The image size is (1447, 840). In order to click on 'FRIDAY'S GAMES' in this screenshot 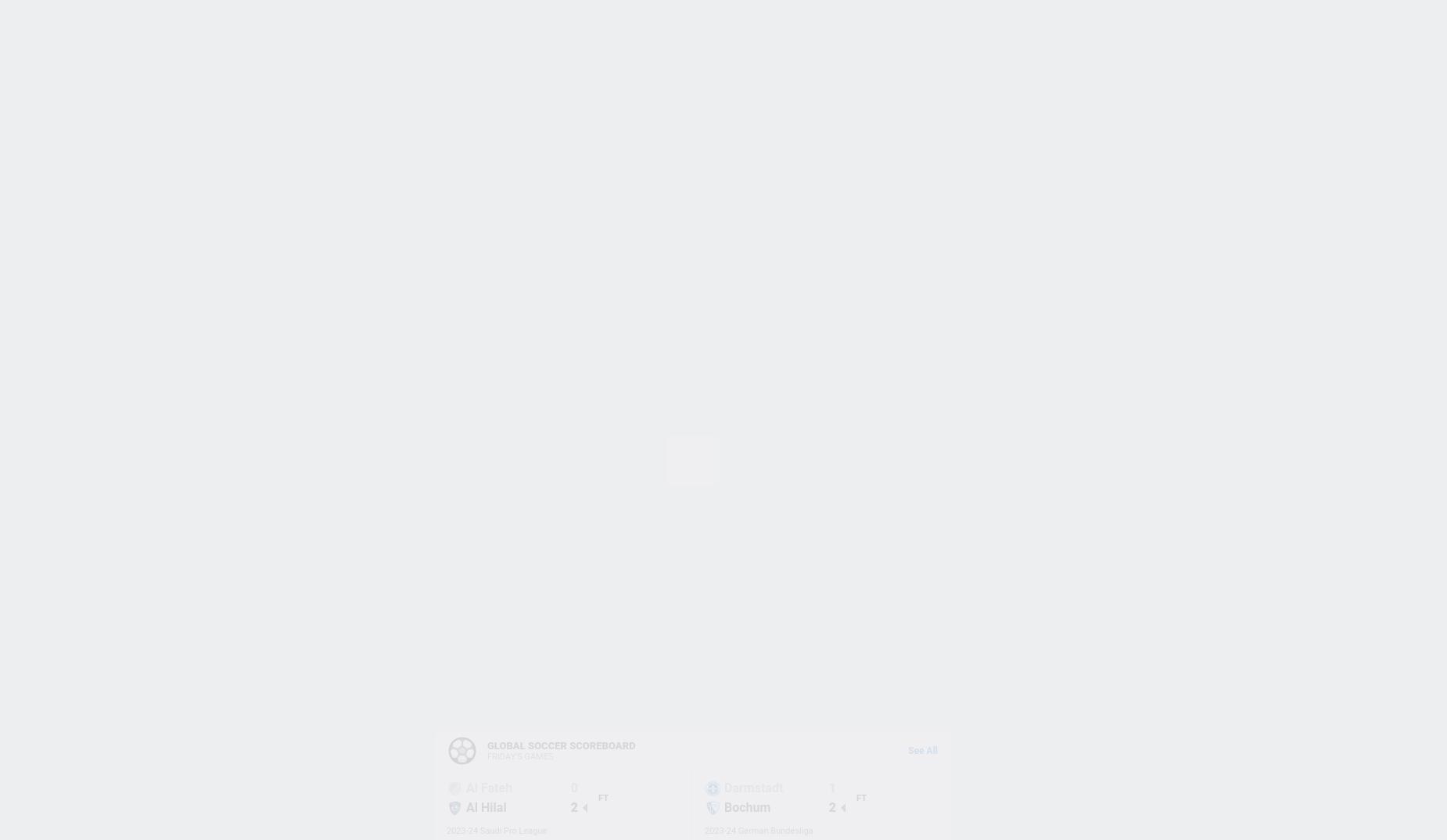, I will do `click(487, 756)`.